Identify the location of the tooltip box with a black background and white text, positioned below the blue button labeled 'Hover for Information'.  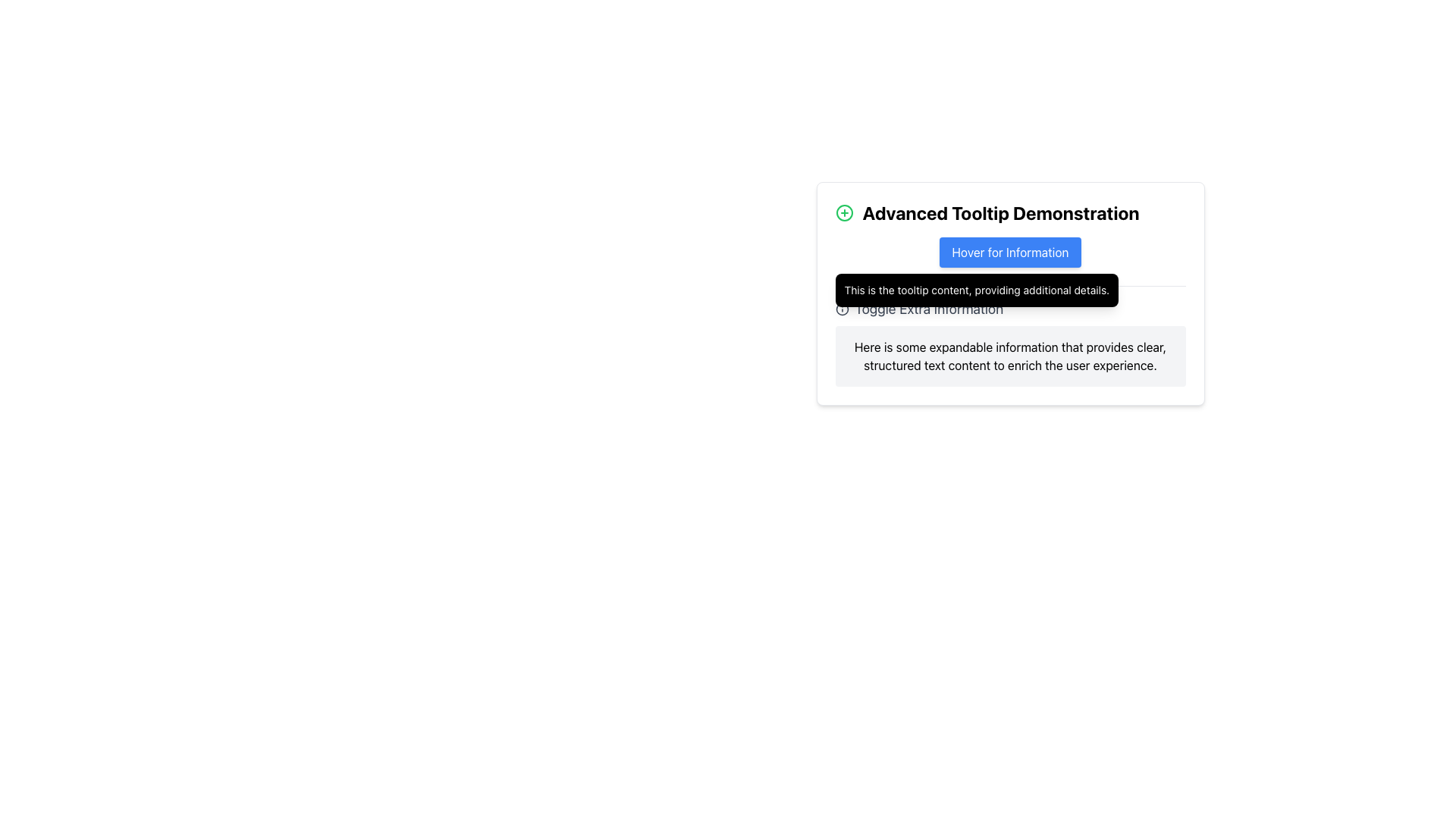
(976, 290).